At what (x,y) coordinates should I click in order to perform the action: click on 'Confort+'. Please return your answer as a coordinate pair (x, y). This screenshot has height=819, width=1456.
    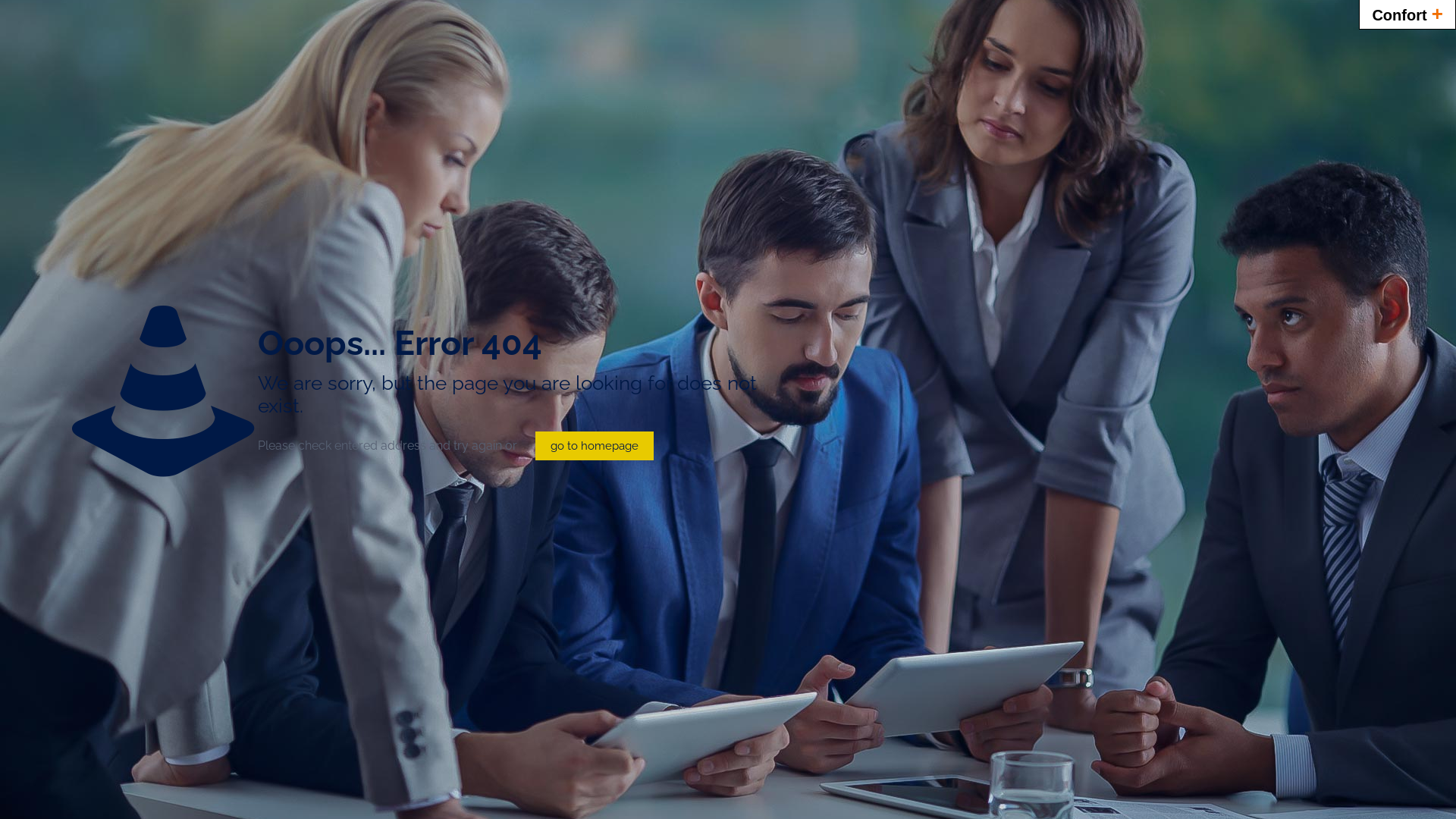
    Looking at the image, I should click on (1407, 14).